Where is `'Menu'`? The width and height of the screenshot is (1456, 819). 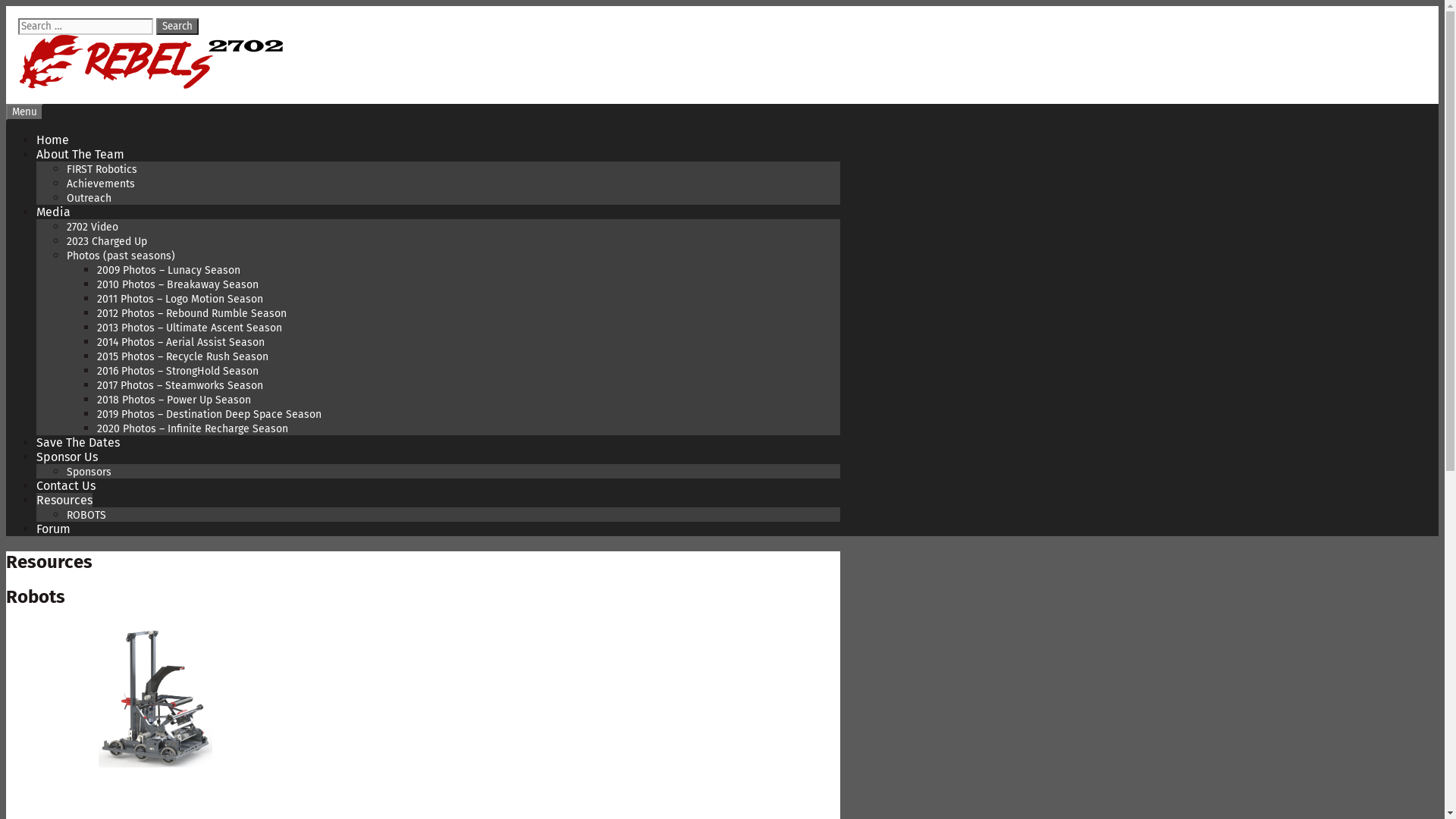 'Menu' is located at coordinates (6, 111).